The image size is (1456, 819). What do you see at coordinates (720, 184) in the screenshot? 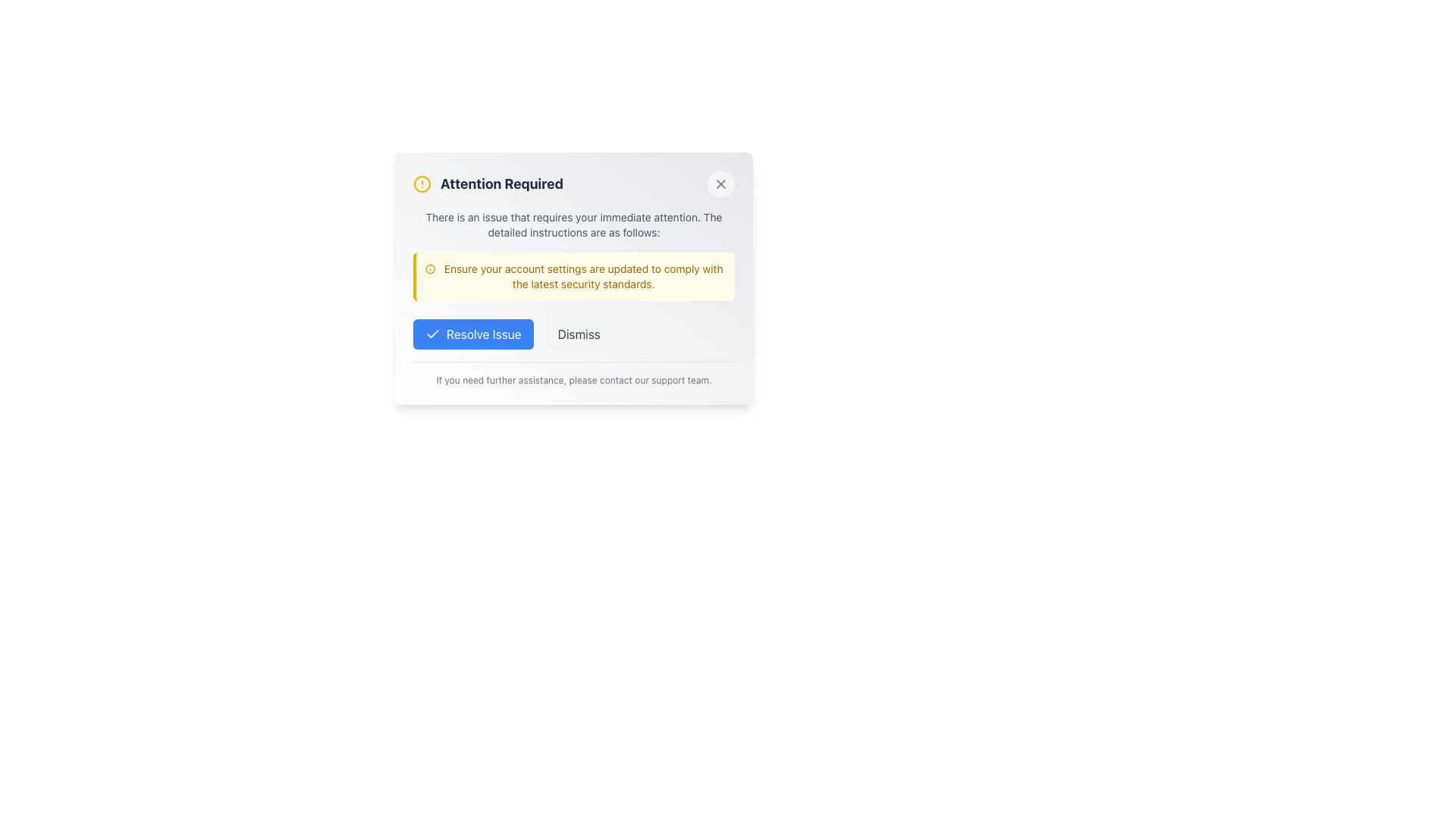
I see `the inner graphical content of the close button icon located in the top-right corner of the modal` at bounding box center [720, 184].